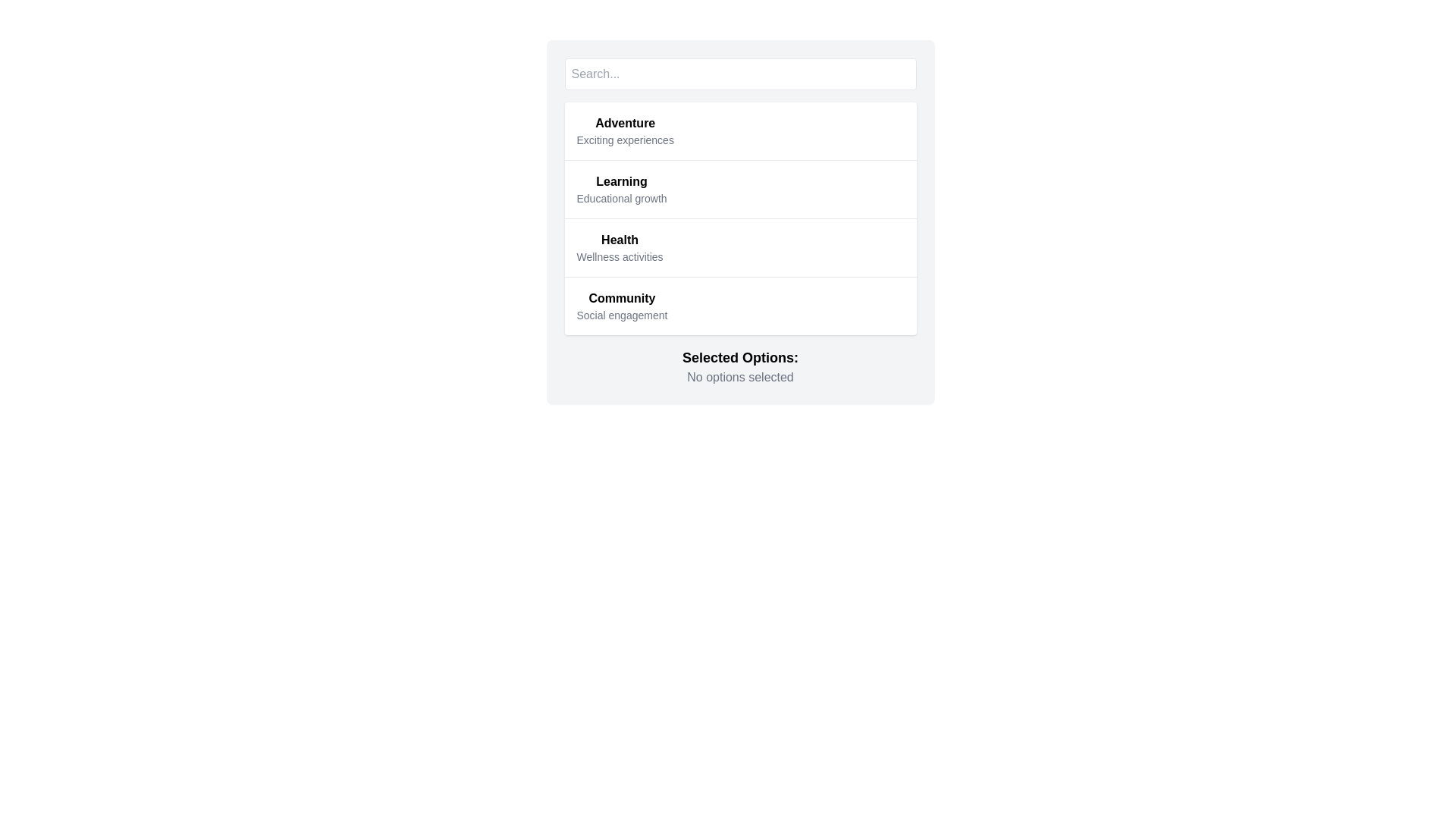 The height and width of the screenshot is (819, 1456). What do you see at coordinates (625, 140) in the screenshot?
I see `text content of the descriptive Text element located directly beneath the 'Adventure' title in the first option of a vertically stacked list of categories` at bounding box center [625, 140].